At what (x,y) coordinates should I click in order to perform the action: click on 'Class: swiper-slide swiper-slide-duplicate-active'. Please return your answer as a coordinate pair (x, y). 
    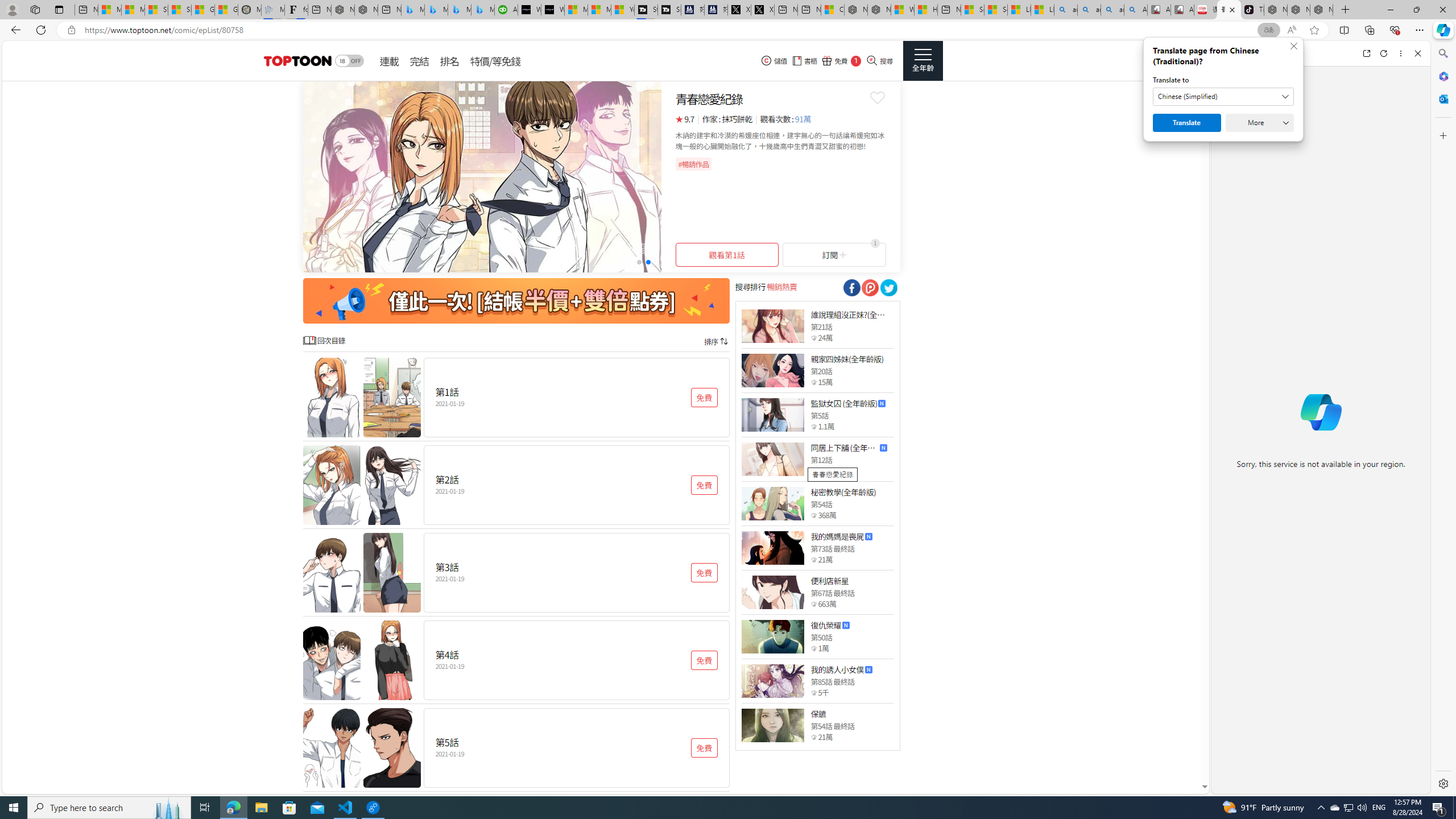
    Looking at the image, I should click on (482, 176).